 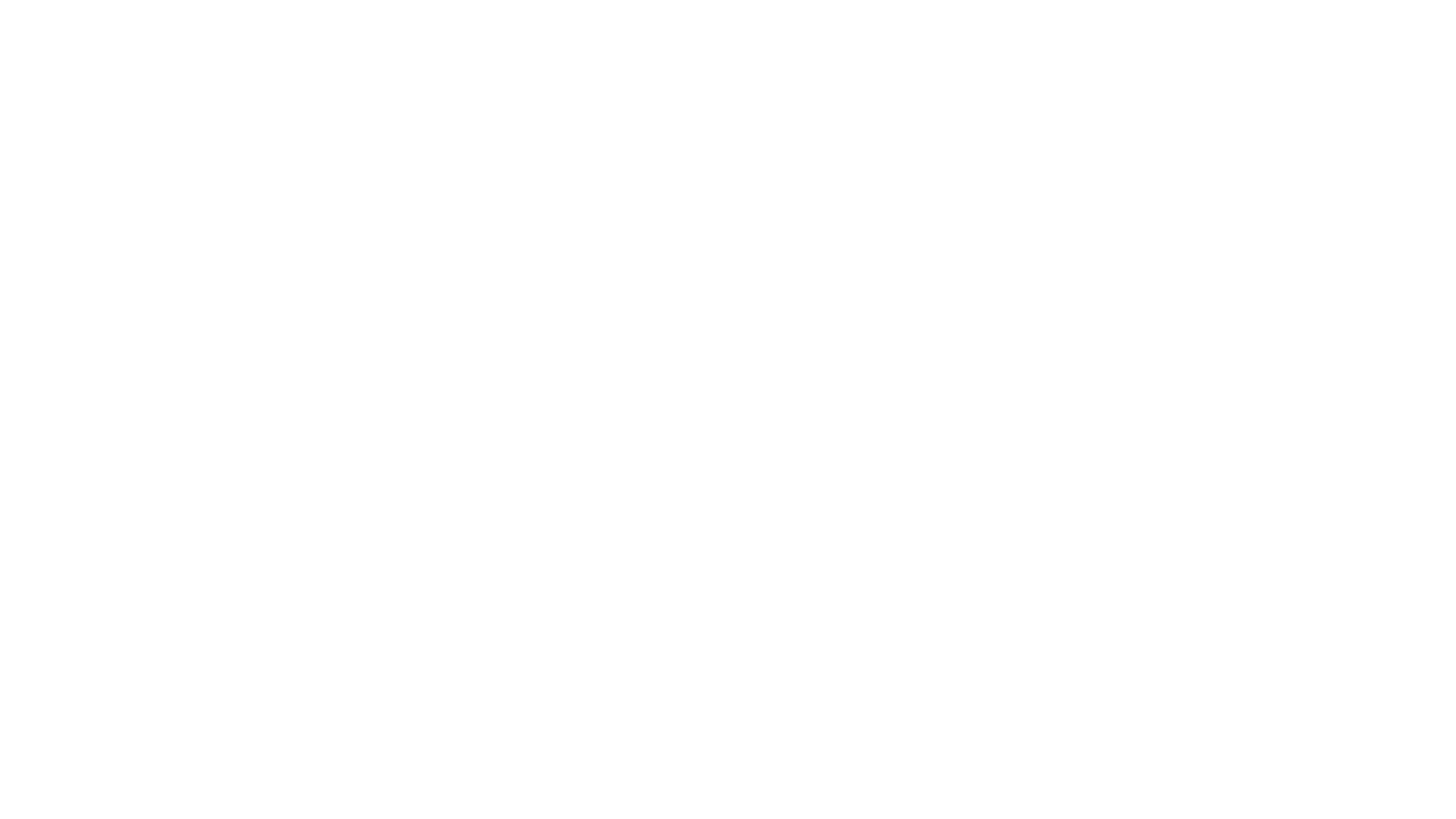 What do you see at coordinates (55, 671) in the screenshot?
I see `Play` at bounding box center [55, 671].